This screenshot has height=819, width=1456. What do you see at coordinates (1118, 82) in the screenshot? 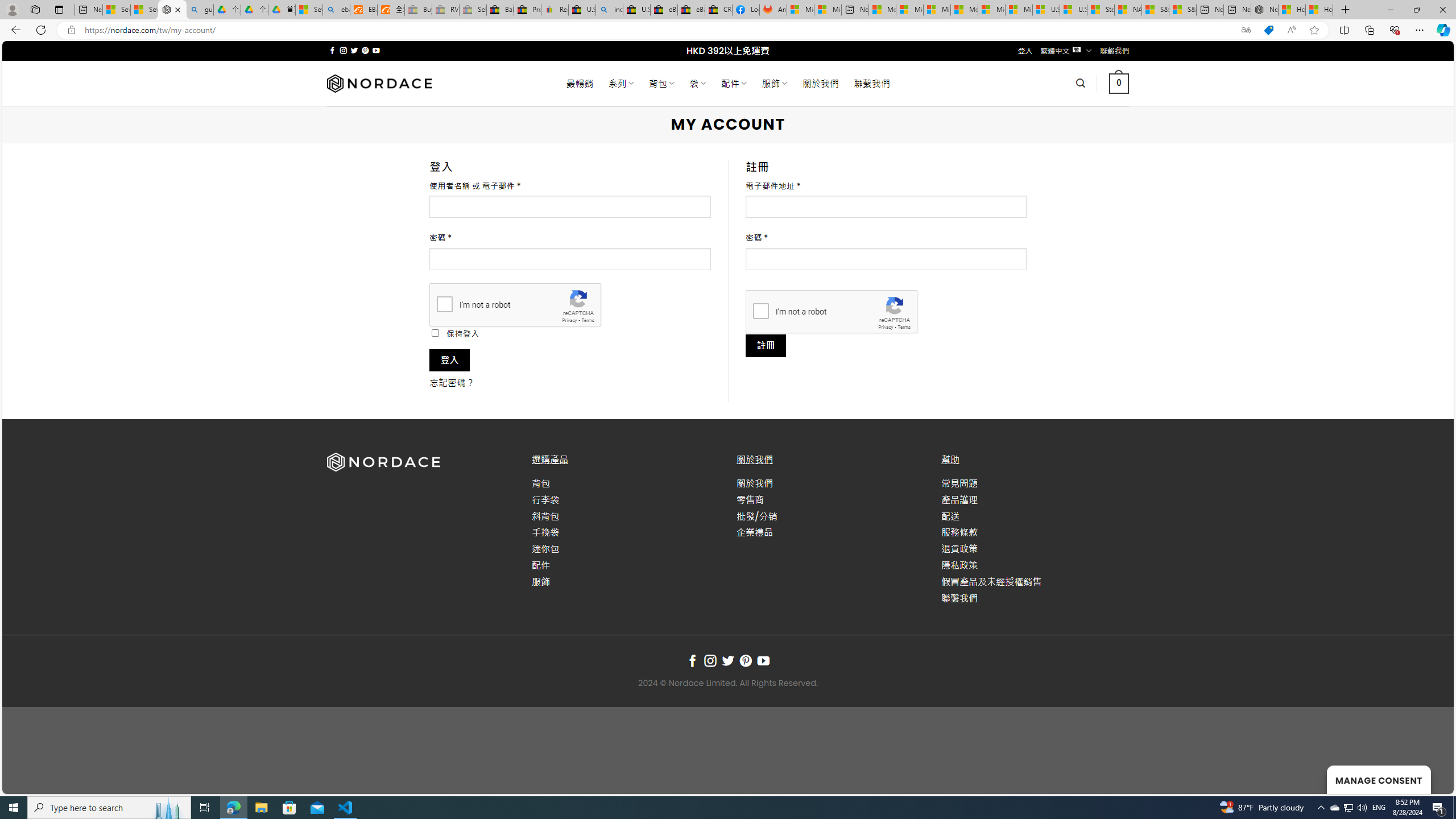
I see `' 0 '` at bounding box center [1118, 82].